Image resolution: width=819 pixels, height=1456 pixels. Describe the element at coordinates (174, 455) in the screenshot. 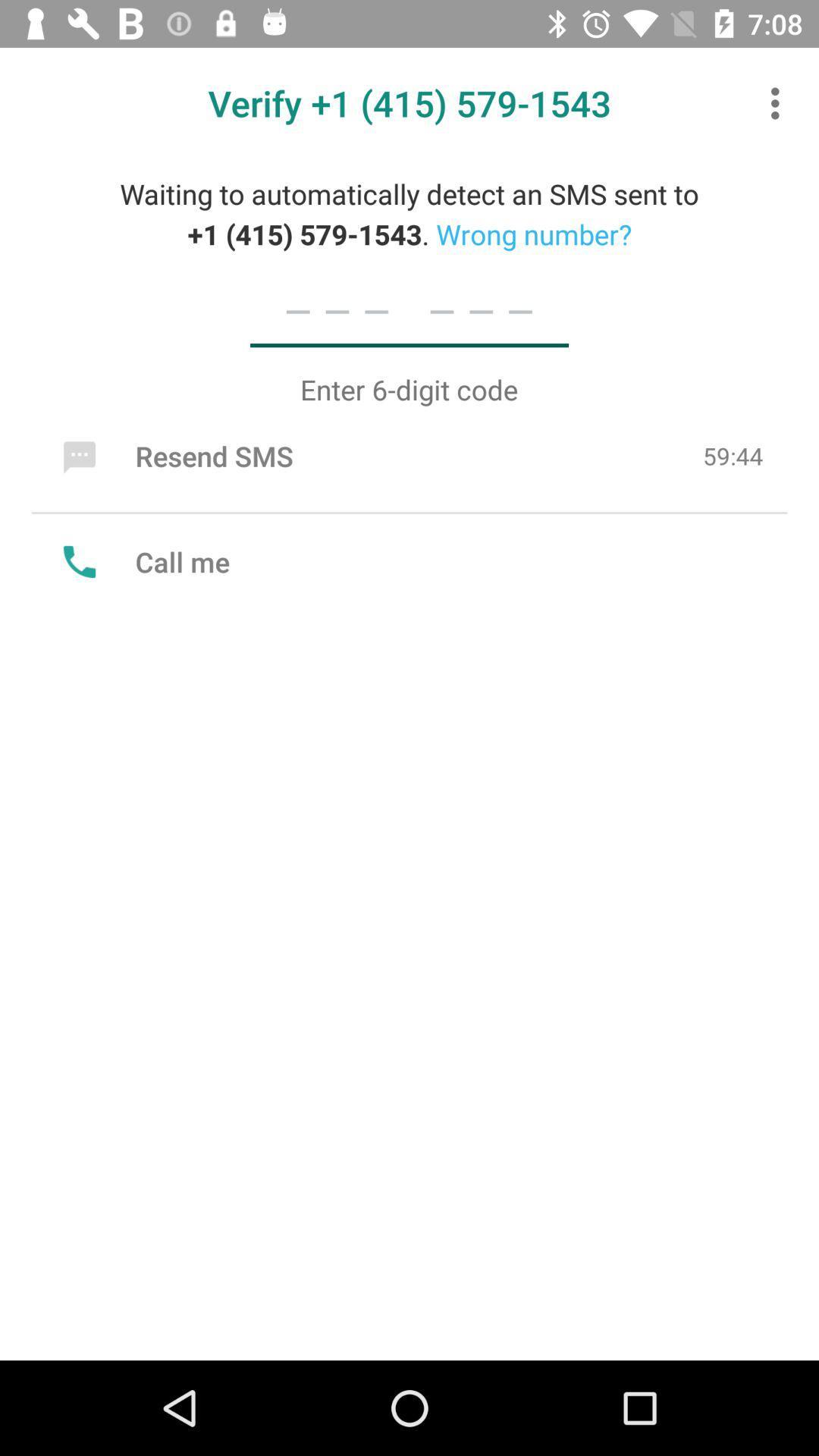

I see `item to the left of 59:44 item` at that location.